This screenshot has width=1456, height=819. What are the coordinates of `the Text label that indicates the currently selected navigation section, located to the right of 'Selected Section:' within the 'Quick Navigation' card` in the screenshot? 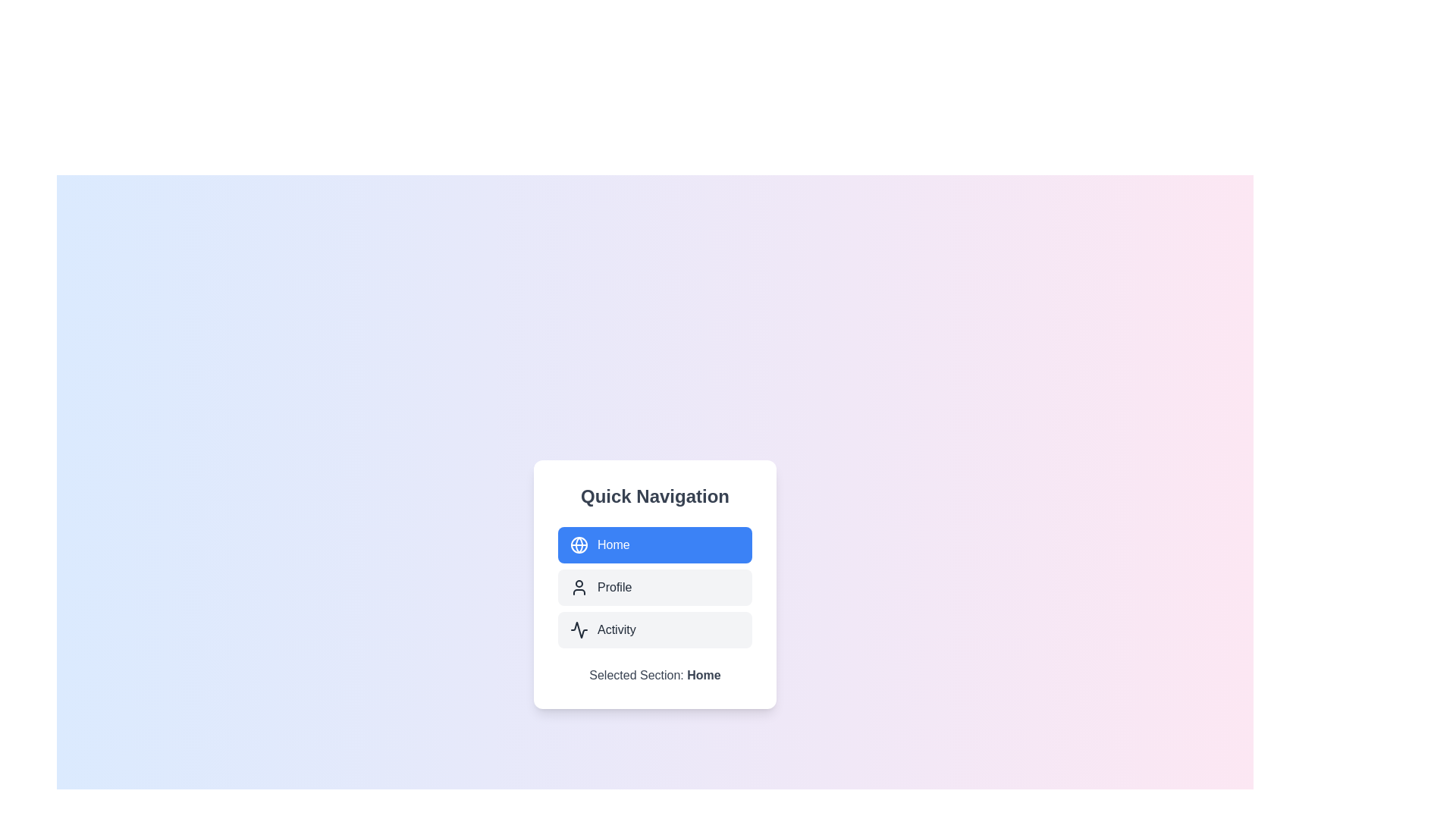 It's located at (703, 674).